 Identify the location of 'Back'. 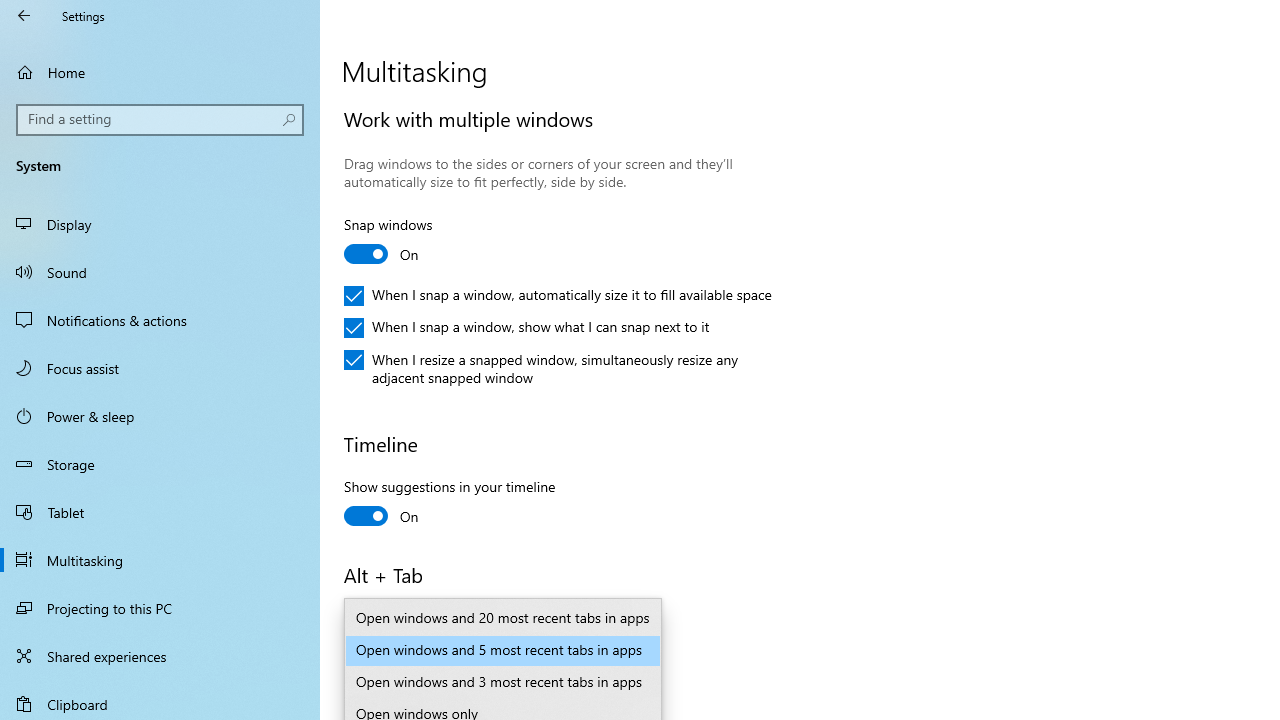
(24, 15).